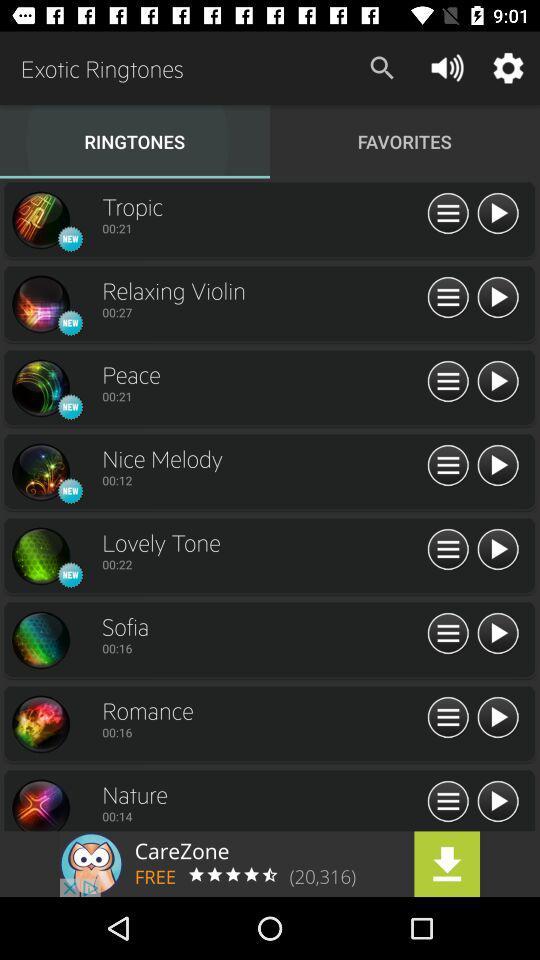 The image size is (540, 960). What do you see at coordinates (448, 633) in the screenshot?
I see `to playlist` at bounding box center [448, 633].